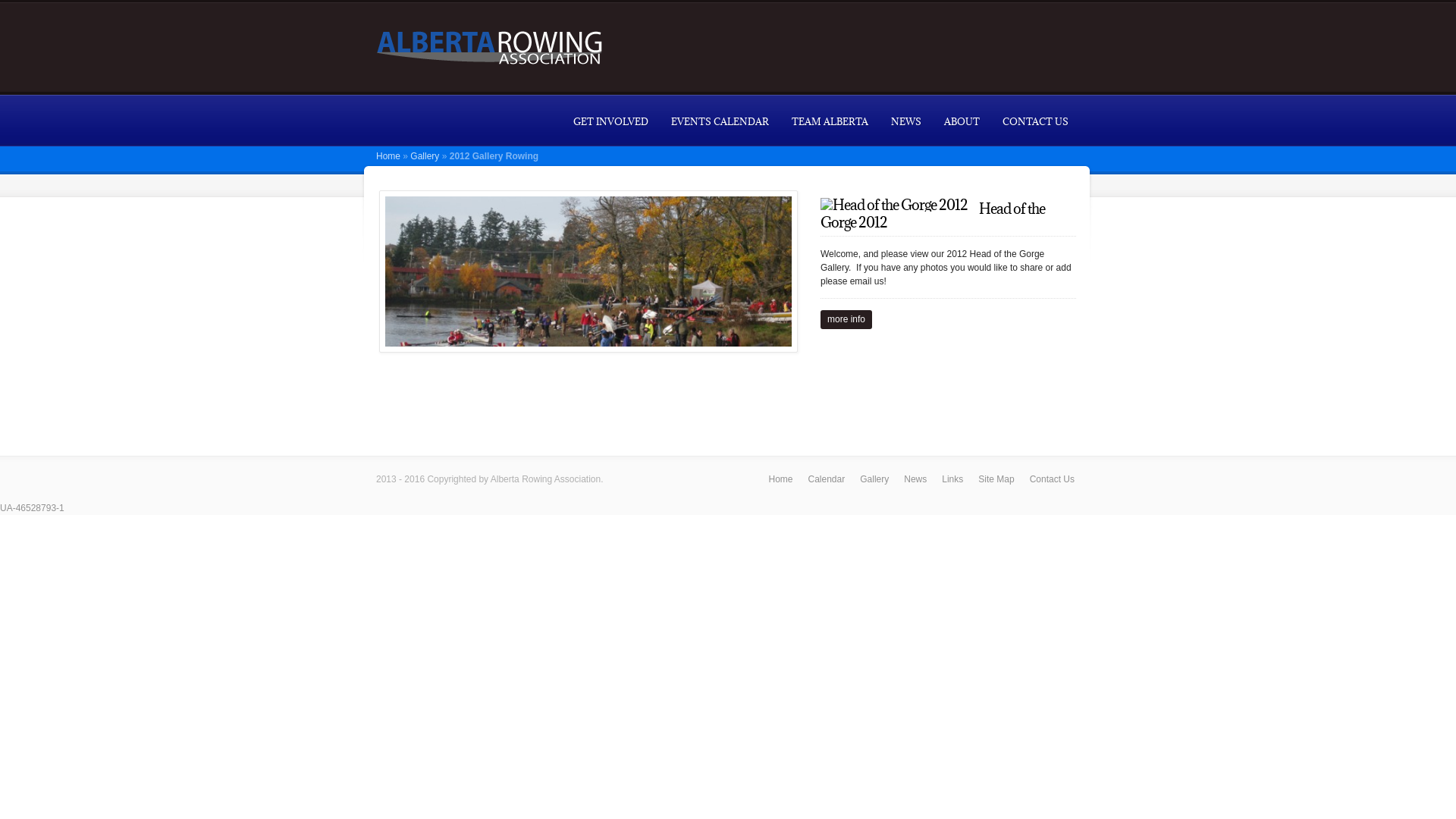  Describe the element at coordinates (829, 120) in the screenshot. I see `'TEAM ALBERTA'` at that location.